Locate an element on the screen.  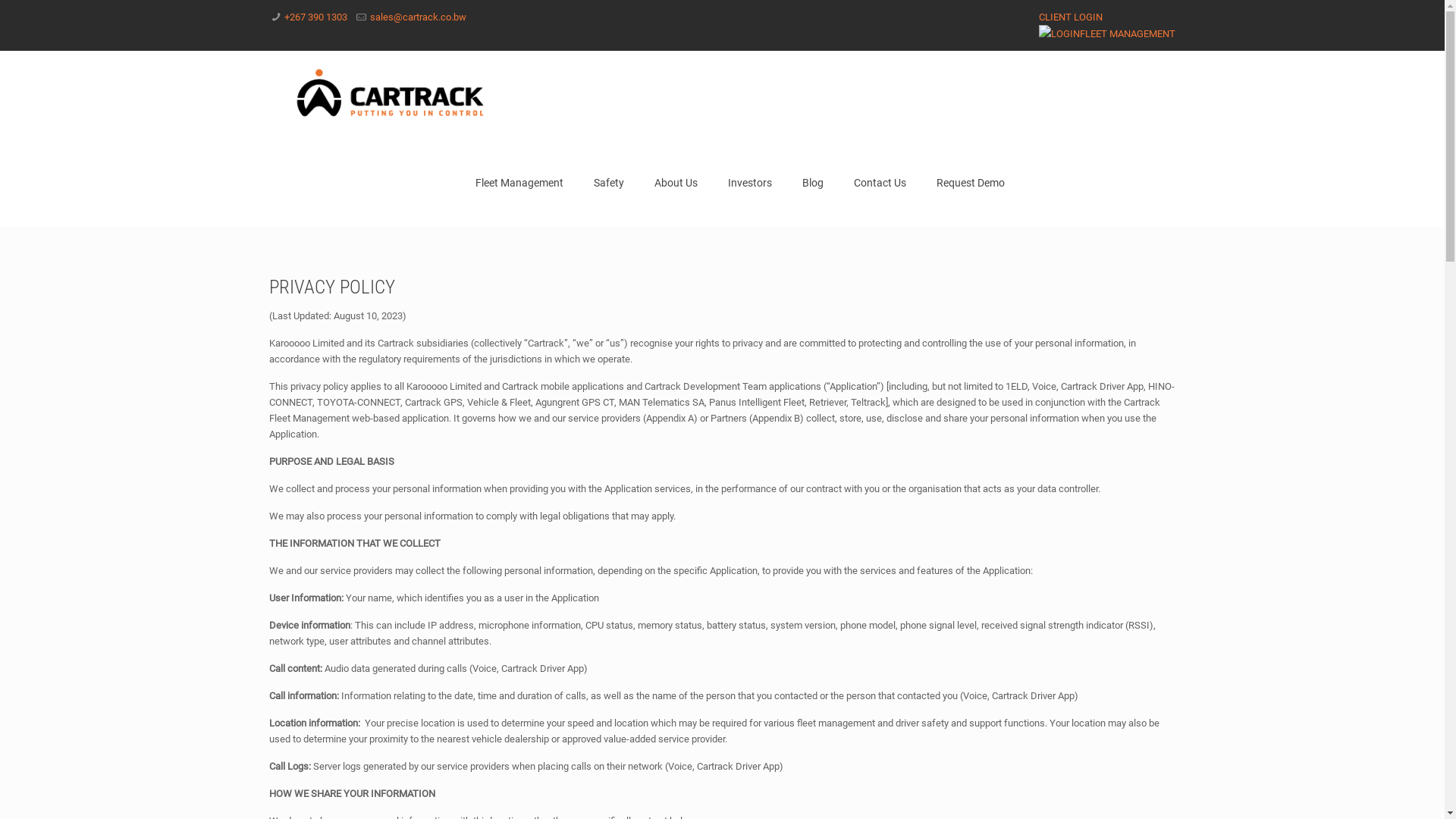
'CLIENT LOGIN' is located at coordinates (1037, 17).